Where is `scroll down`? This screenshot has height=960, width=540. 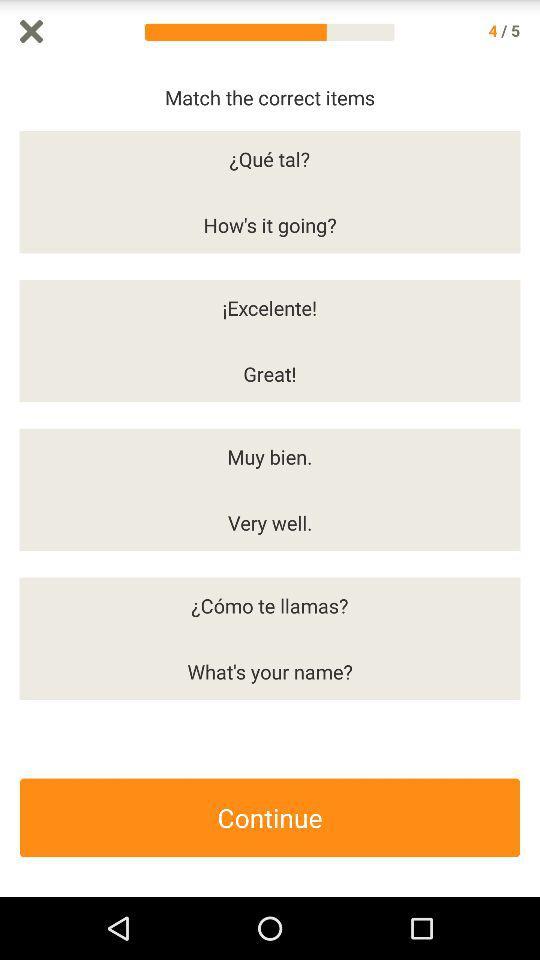 scroll down is located at coordinates (530, 480).